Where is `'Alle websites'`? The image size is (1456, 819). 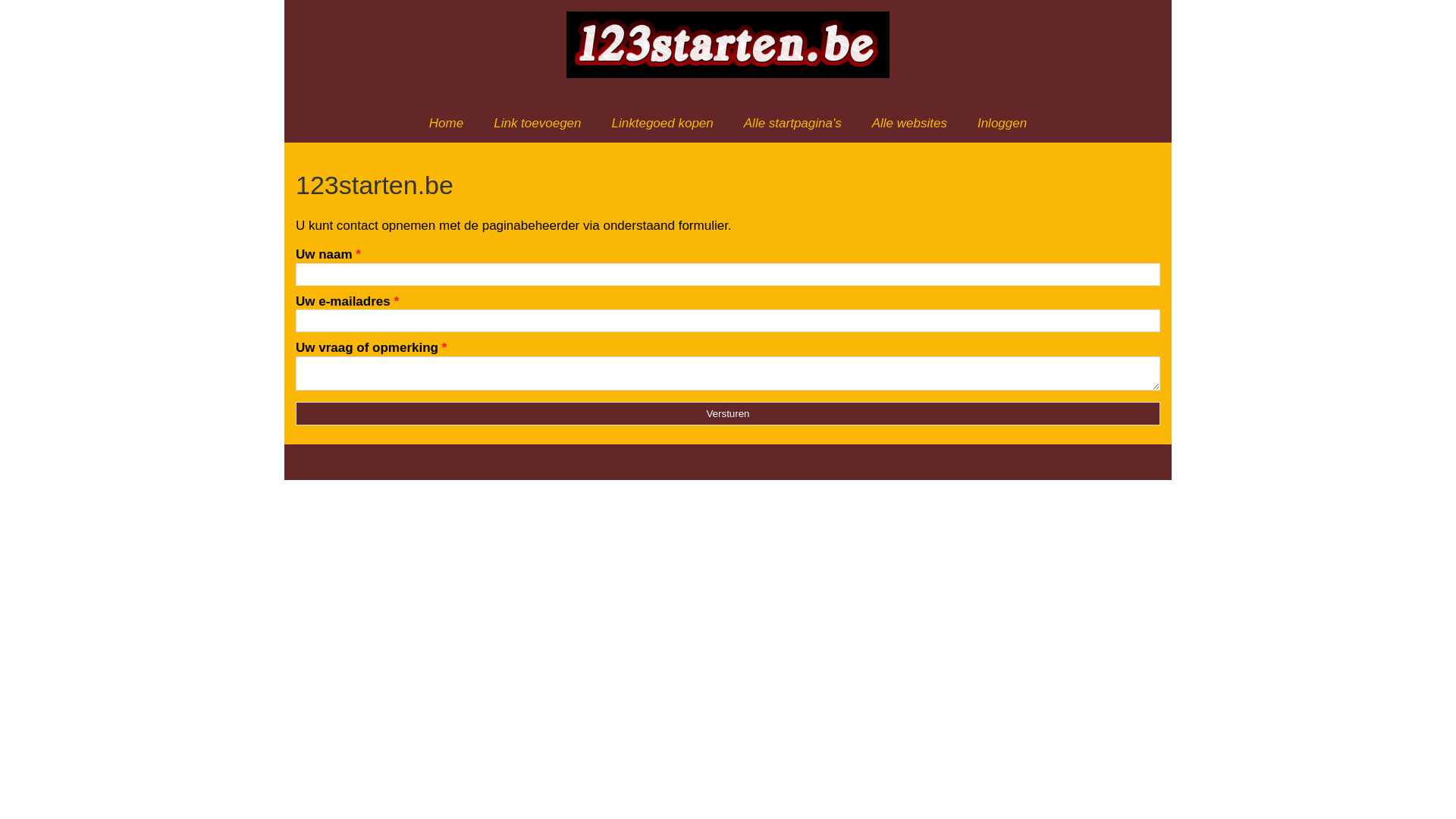
'Alle websites' is located at coordinates (856, 122).